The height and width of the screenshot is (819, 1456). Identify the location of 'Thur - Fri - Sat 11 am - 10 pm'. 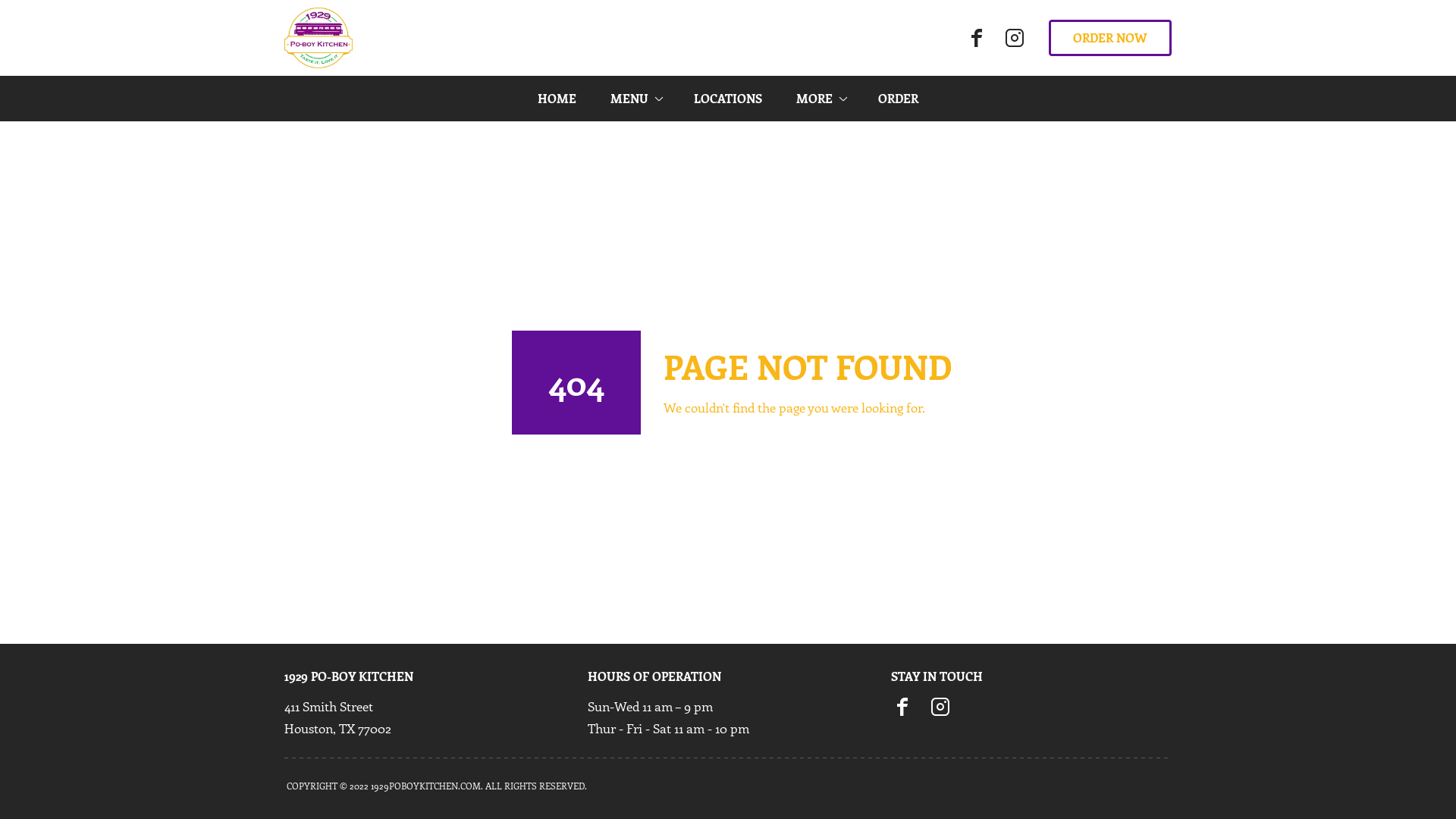
(667, 727).